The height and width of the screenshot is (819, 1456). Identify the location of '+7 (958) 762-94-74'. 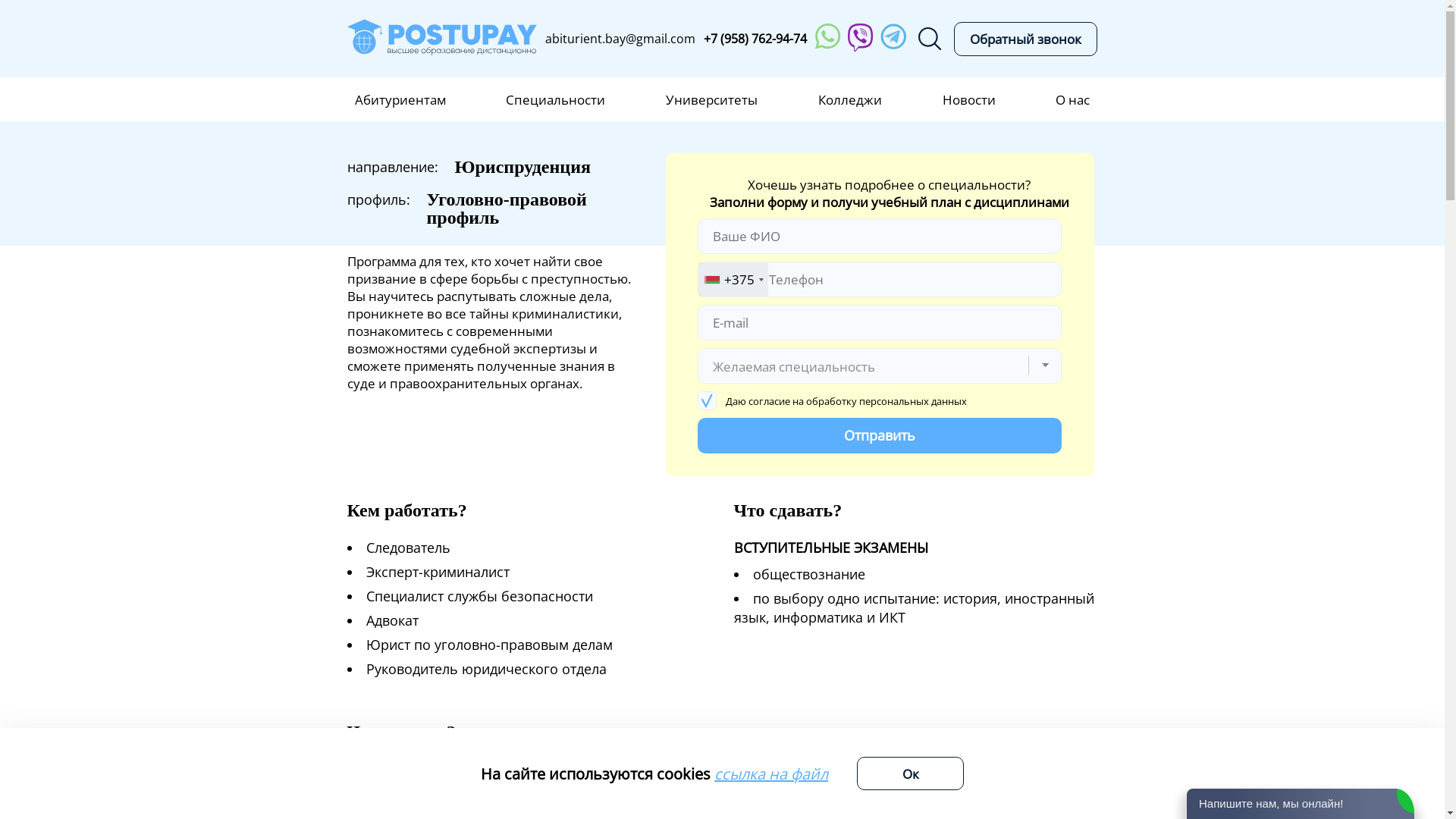
(755, 37).